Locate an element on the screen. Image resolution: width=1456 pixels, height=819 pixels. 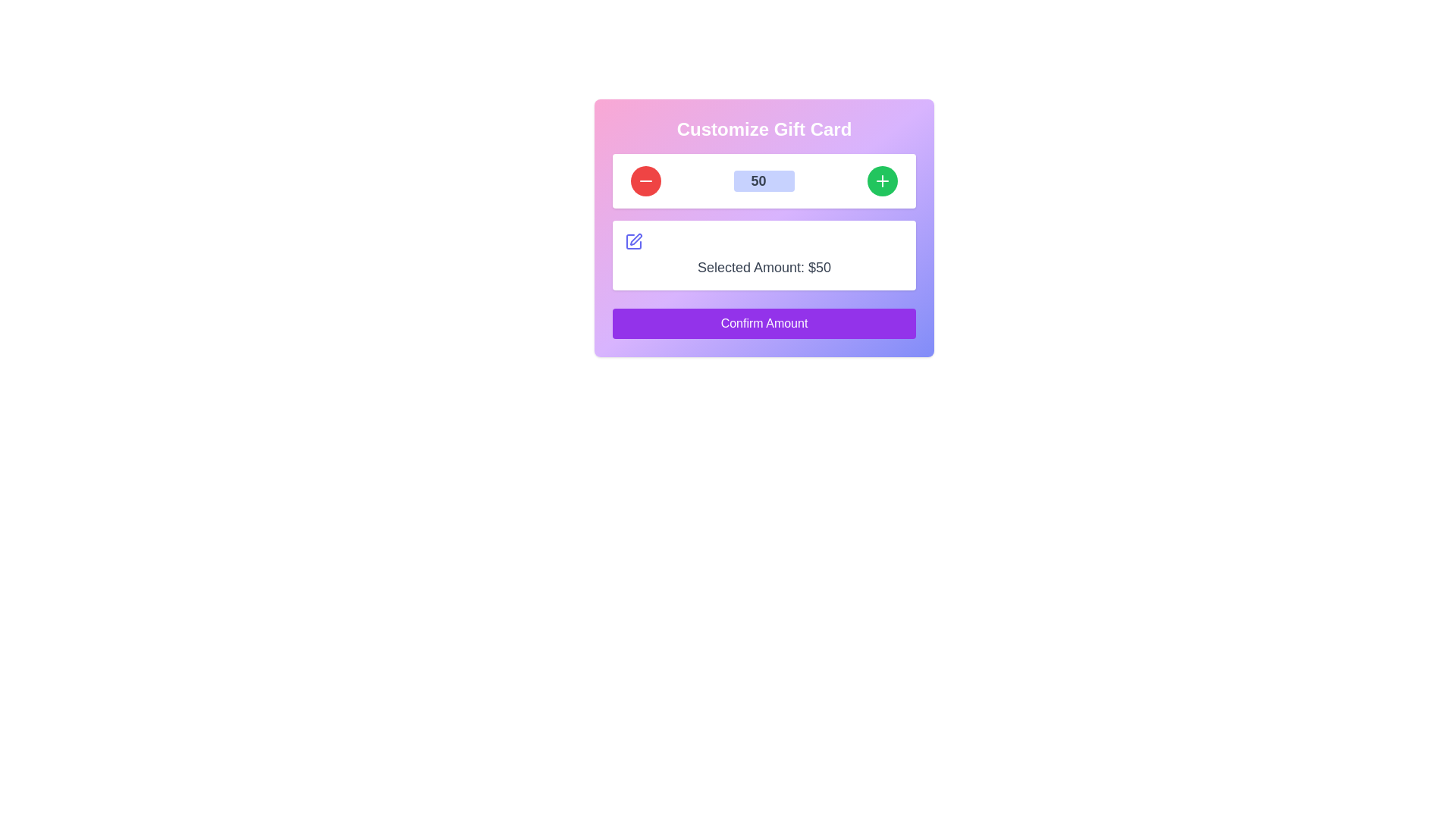
the confirm button located at the bottom of the 'Customize Gift Card' section, directly below the amount '$50' is located at coordinates (764, 323).